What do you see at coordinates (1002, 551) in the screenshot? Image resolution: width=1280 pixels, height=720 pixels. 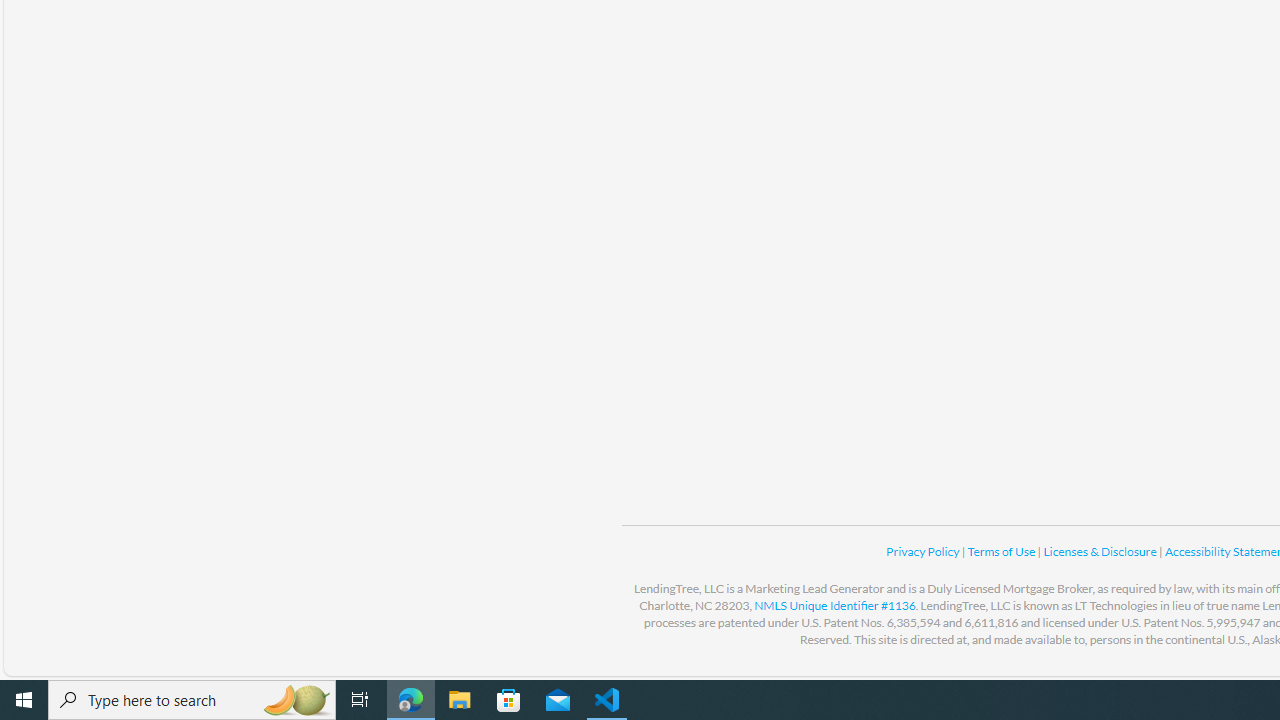 I see `'Terms of Use '` at bounding box center [1002, 551].